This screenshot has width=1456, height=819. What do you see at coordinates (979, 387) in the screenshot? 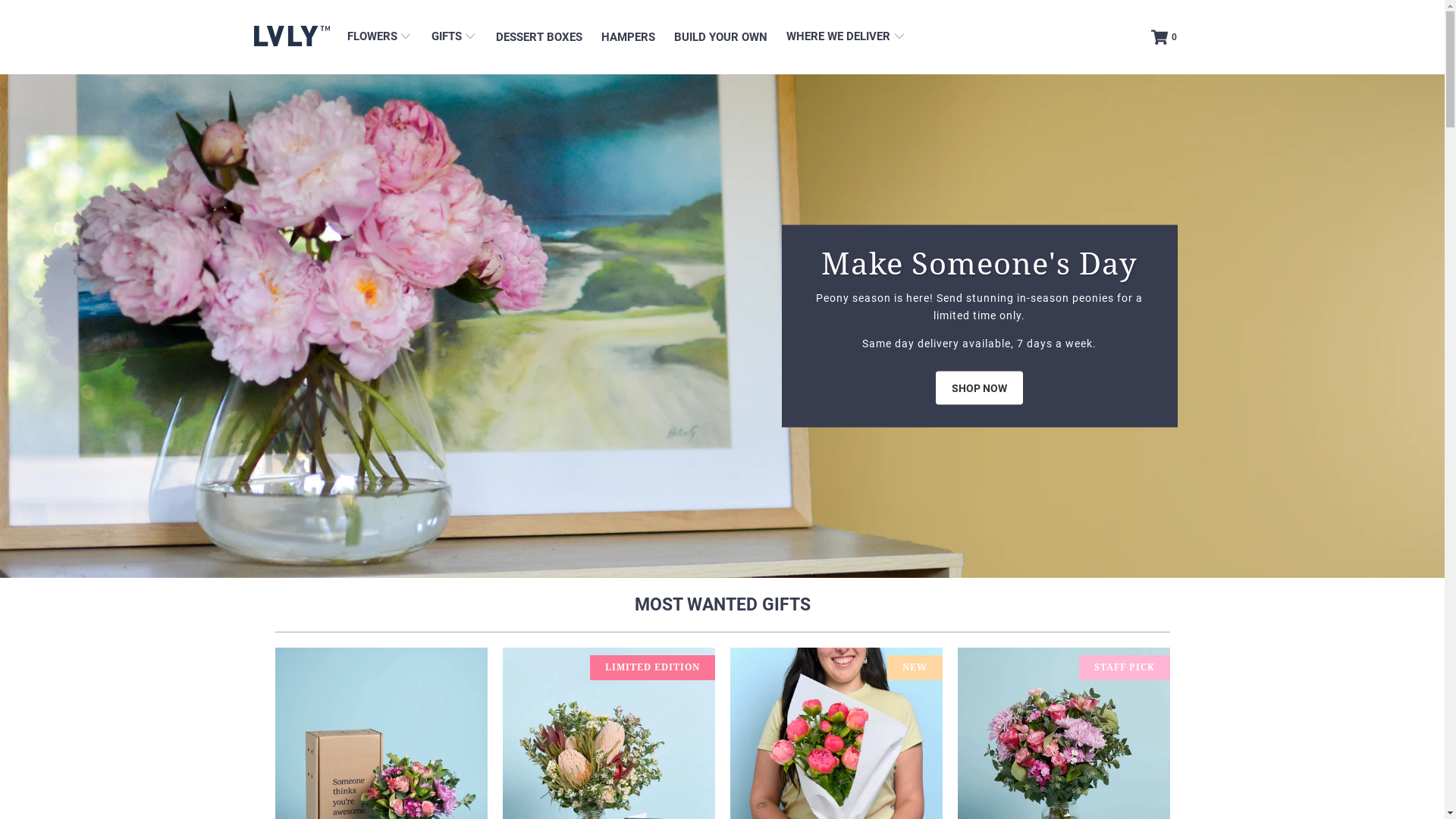
I see `'SHOP NOW'` at bounding box center [979, 387].